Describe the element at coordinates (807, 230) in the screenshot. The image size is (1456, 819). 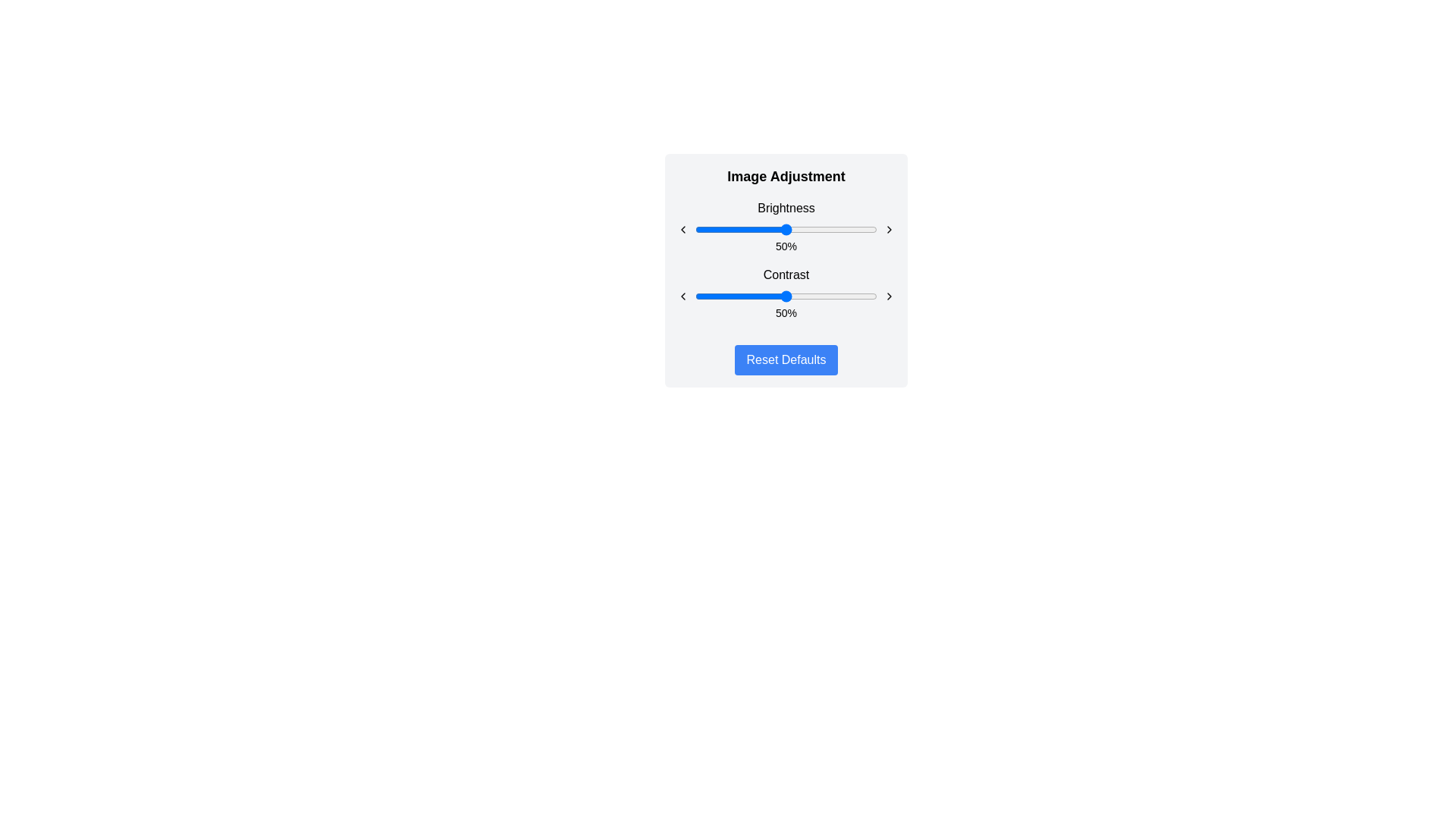
I see `brightness` at that location.